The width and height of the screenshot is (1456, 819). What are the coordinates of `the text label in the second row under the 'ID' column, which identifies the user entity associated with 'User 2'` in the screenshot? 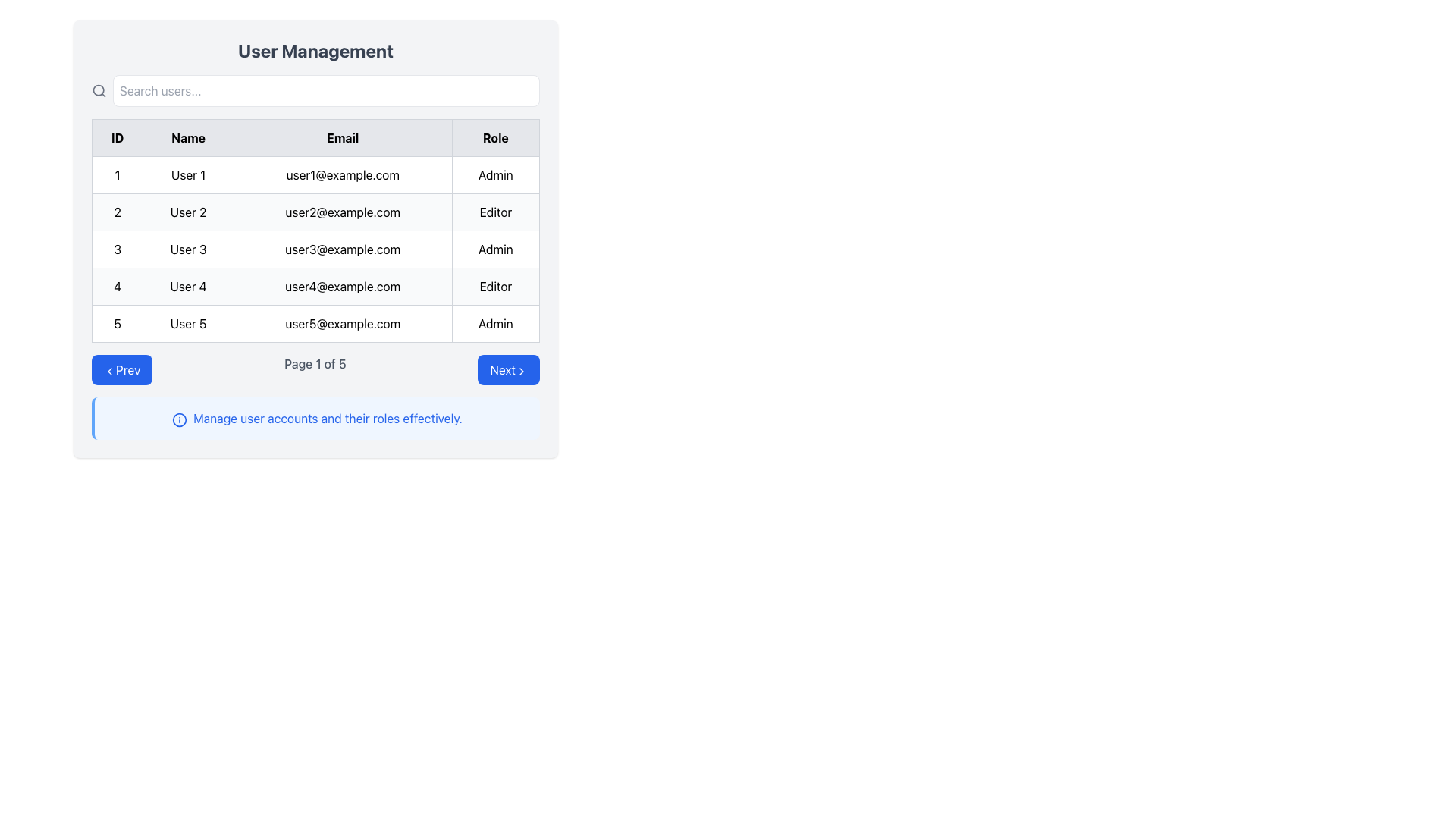 It's located at (117, 212).